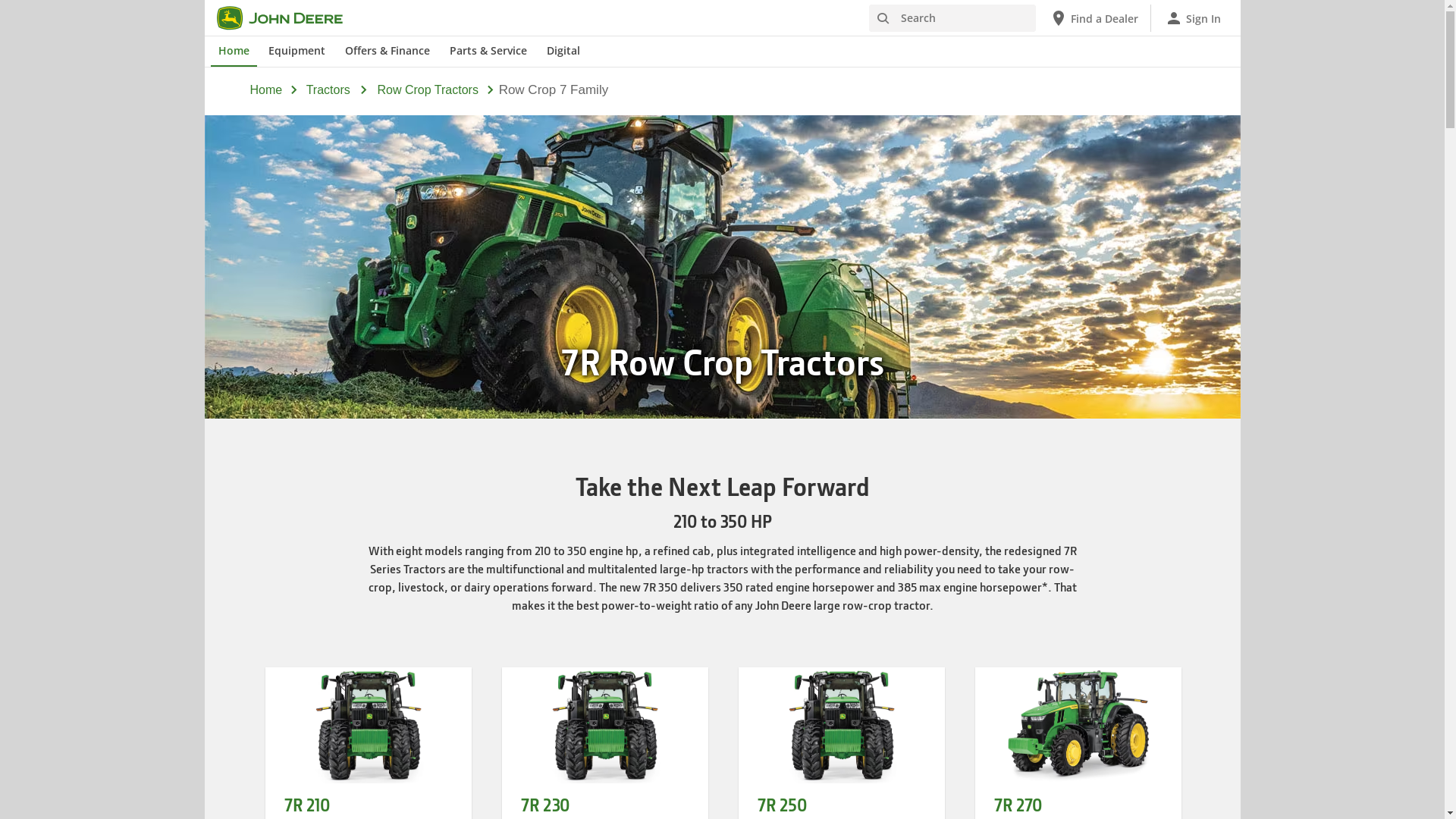 The image size is (1456, 819). I want to click on 'Parts & Service', so click(488, 51).